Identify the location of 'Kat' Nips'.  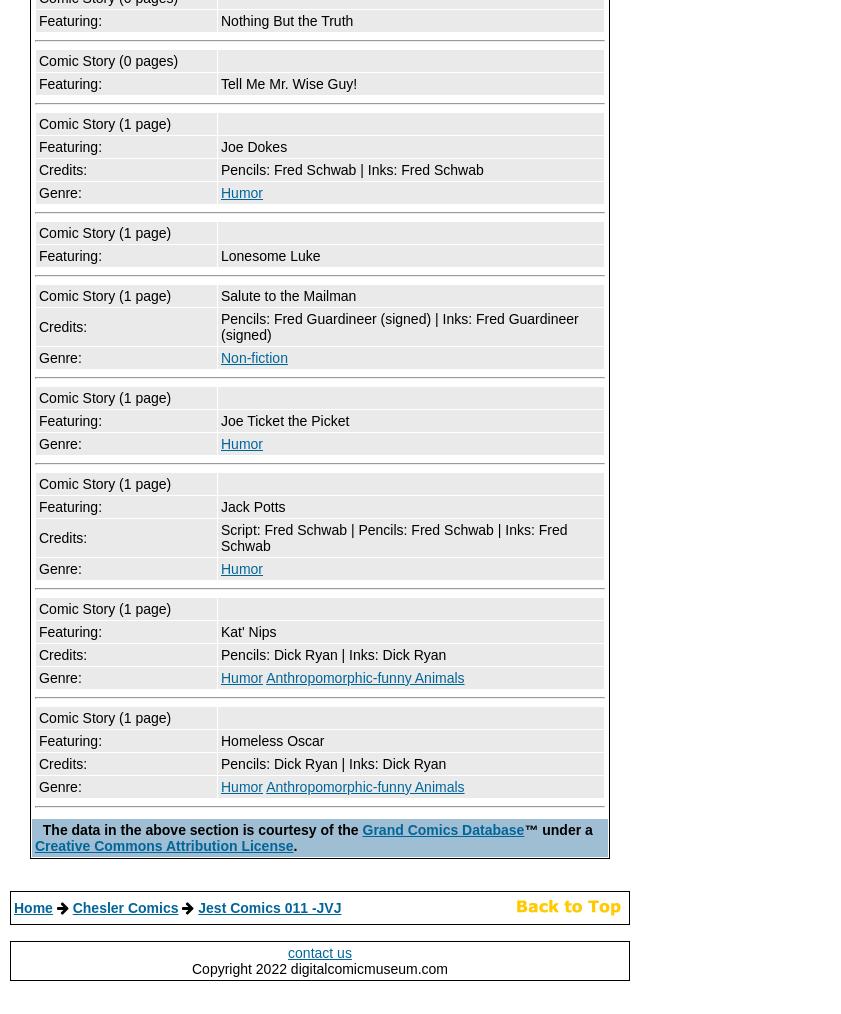
(247, 632).